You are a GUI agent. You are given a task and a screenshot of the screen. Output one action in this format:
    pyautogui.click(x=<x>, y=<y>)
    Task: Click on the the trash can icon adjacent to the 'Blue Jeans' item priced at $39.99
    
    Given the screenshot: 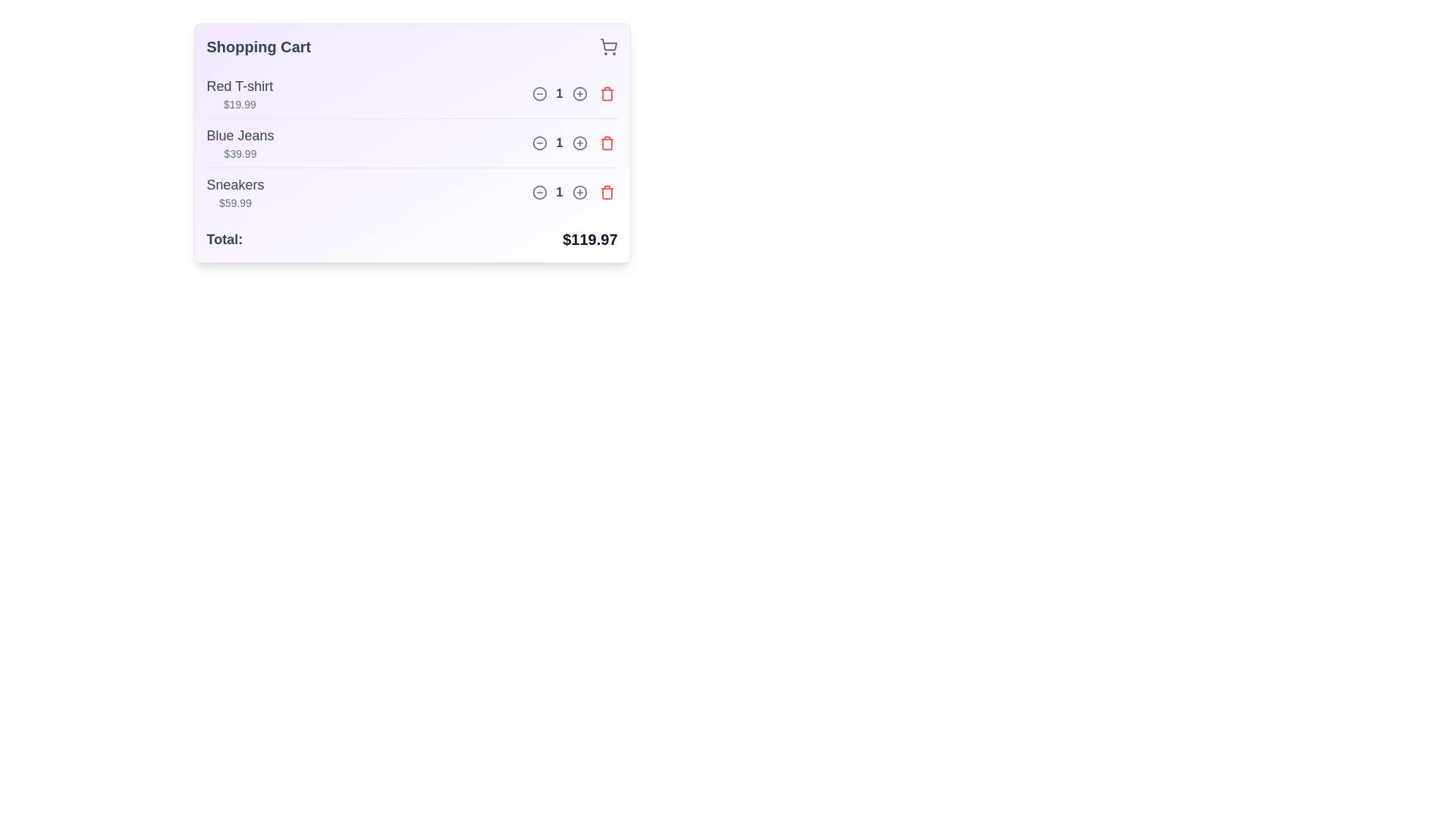 What is the action you would take?
    pyautogui.click(x=607, y=144)
    